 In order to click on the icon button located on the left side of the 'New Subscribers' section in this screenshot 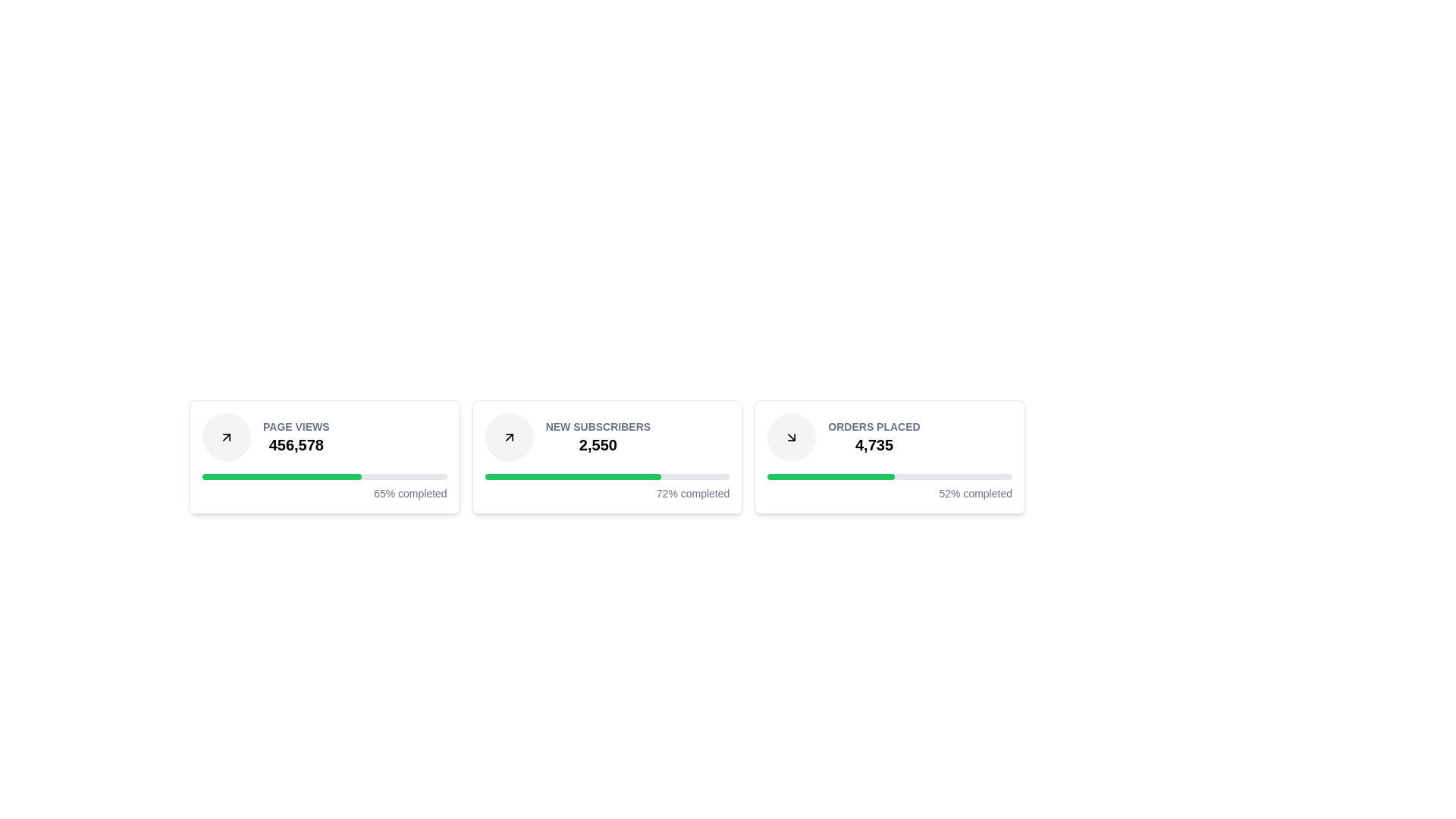, I will do `click(509, 438)`.